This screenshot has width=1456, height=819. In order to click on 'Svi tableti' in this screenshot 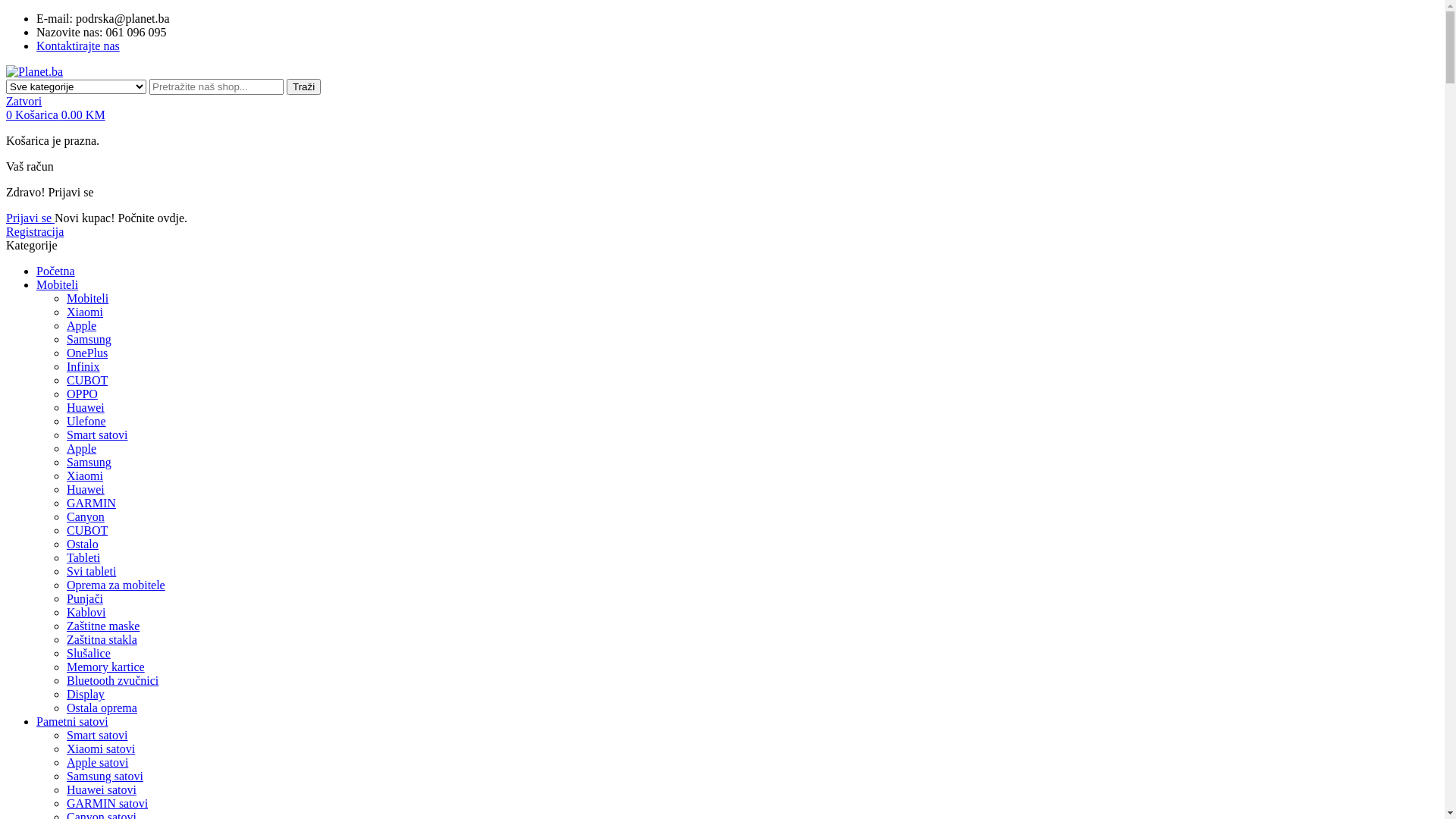, I will do `click(65, 571)`.